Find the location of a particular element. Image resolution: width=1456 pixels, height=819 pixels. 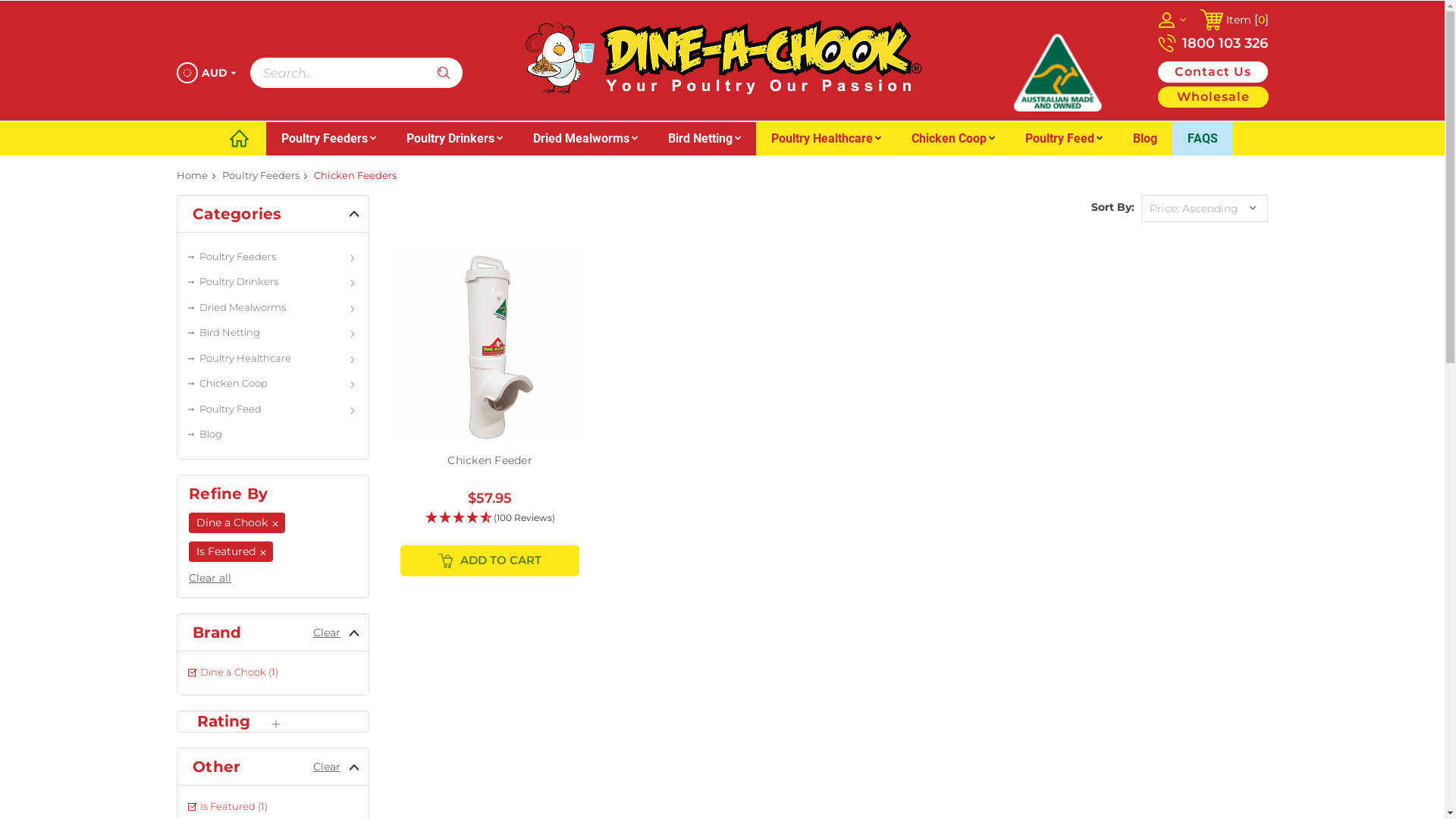

'FAQS' is located at coordinates (1171, 138).